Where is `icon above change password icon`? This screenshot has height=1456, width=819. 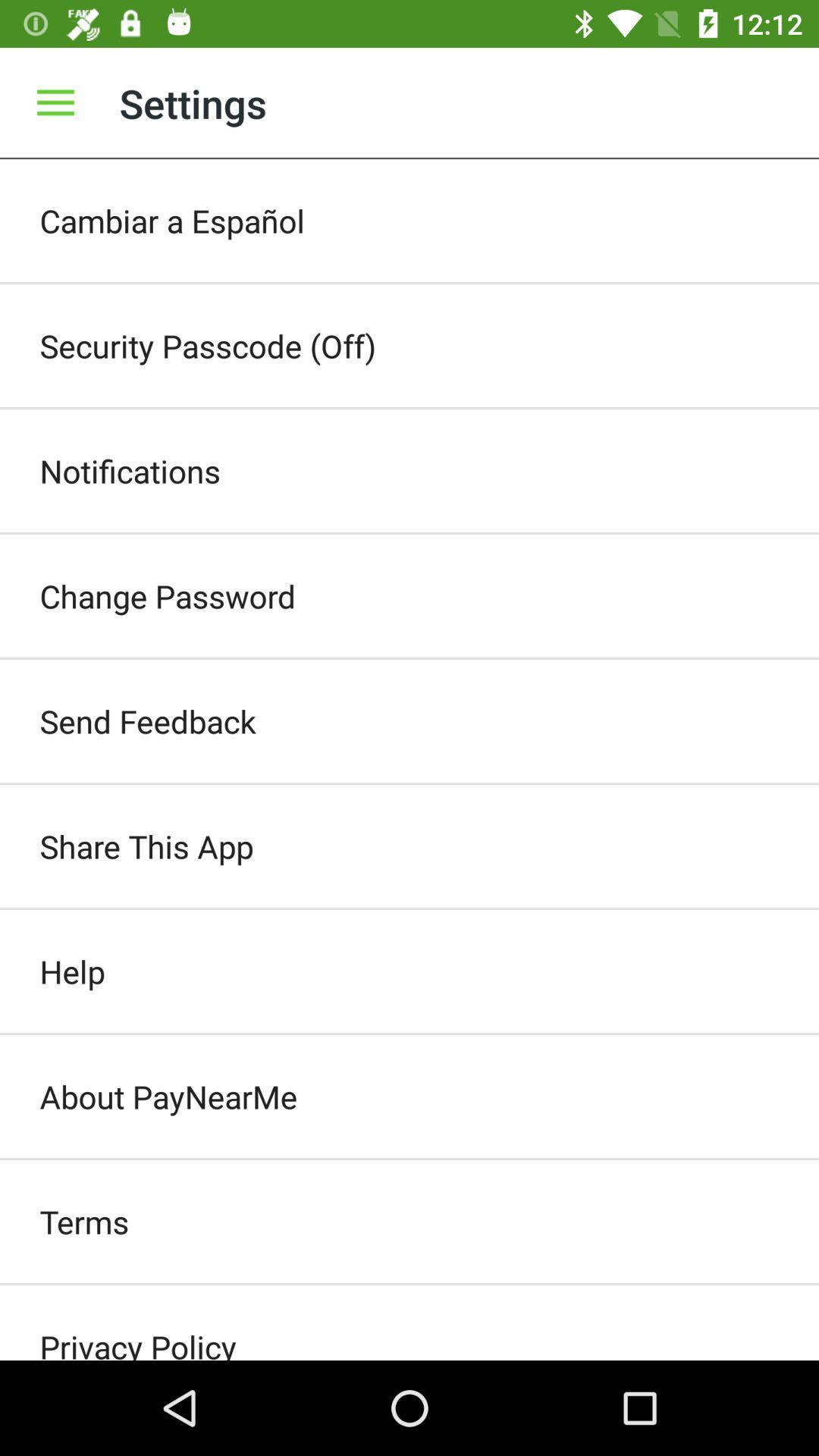
icon above change password icon is located at coordinates (409, 469).